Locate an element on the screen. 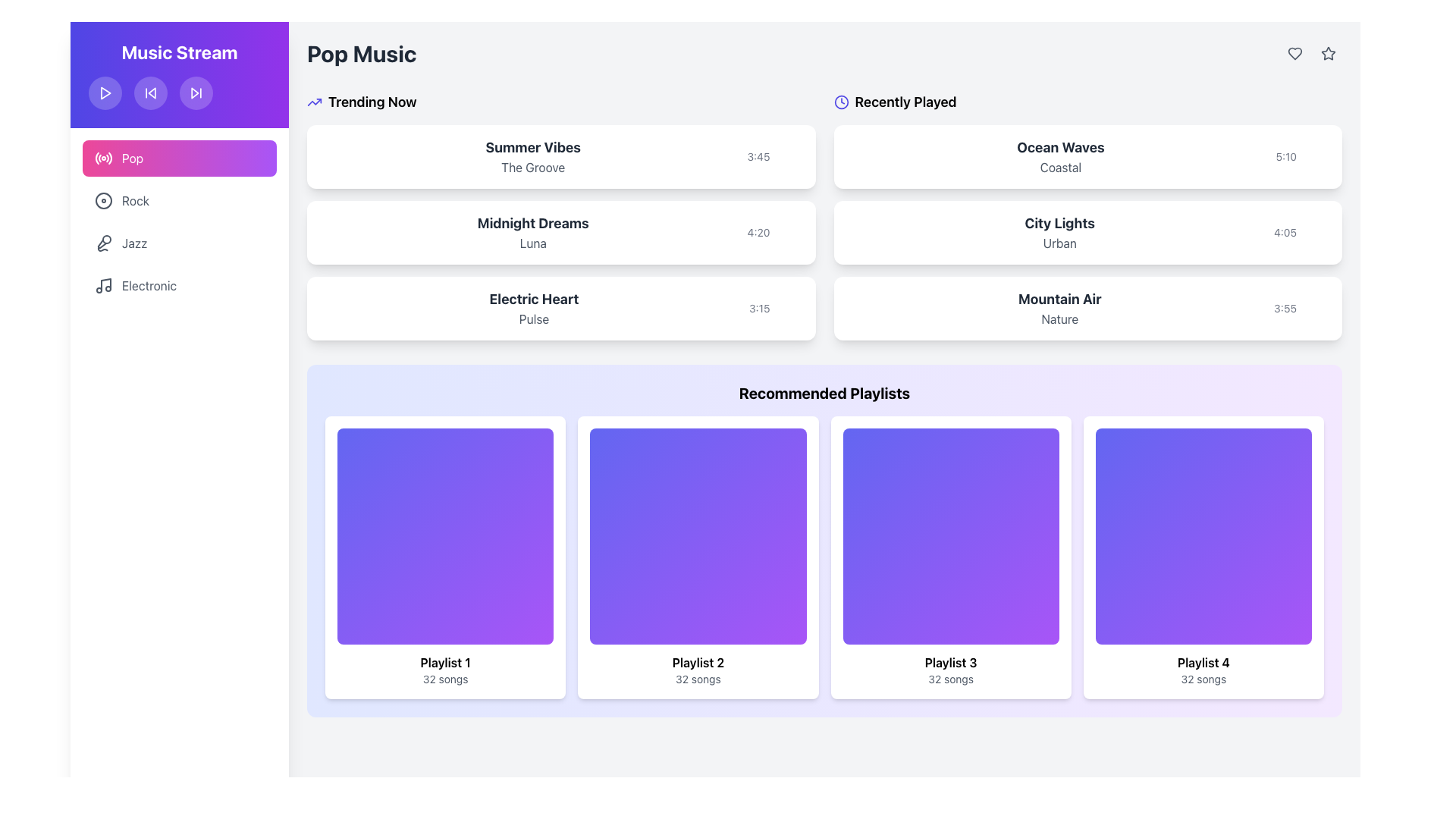 This screenshot has height=819, width=1456. the Thumbnail image representing 'Playlist 1' is located at coordinates (444, 535).